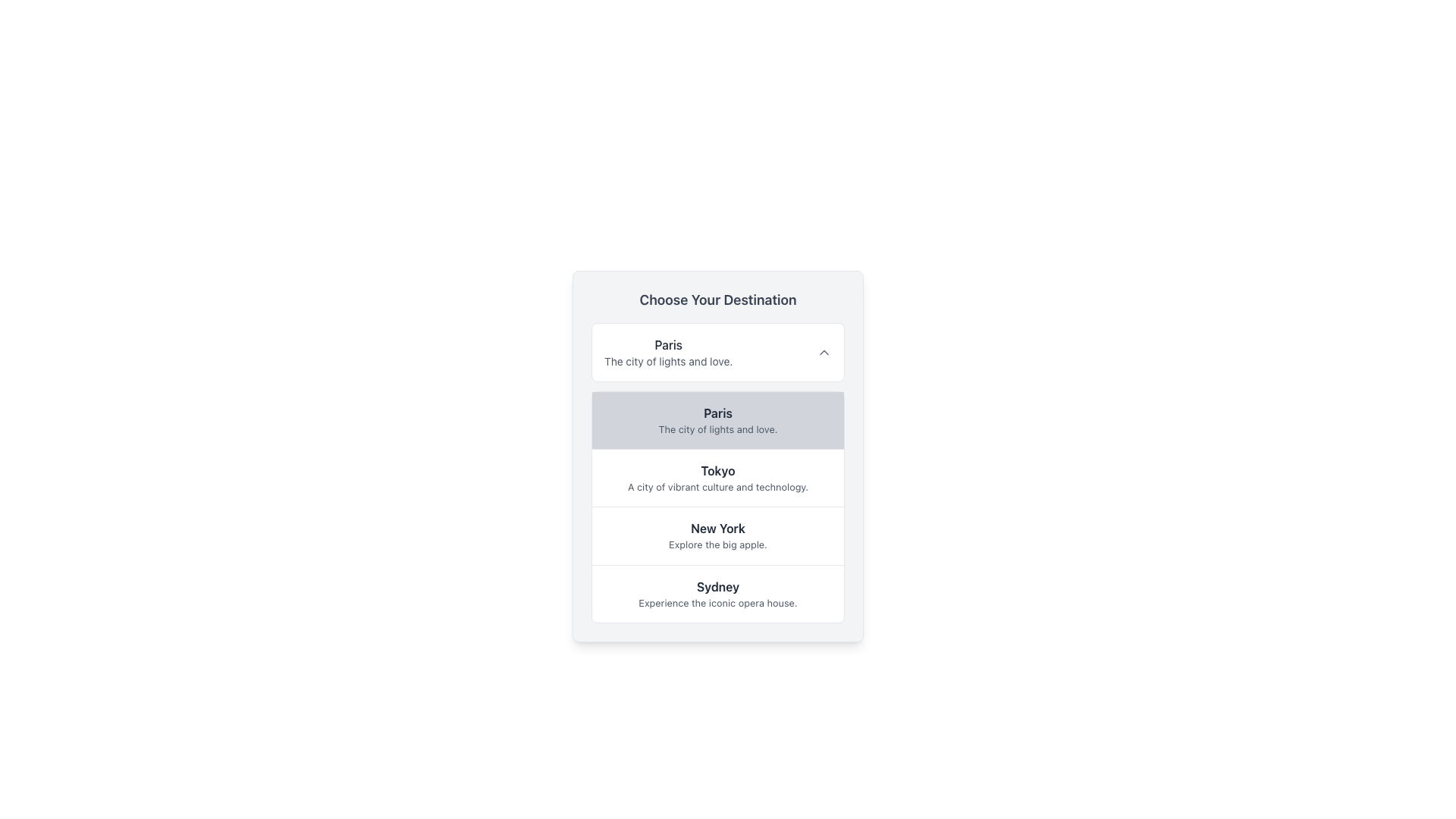 The height and width of the screenshot is (819, 1456). Describe the element at coordinates (717, 585) in the screenshot. I see `the content of the Text Label that serves as the title for the associated card about Sydney, positioned at the top of the last card in a vertical list` at that location.